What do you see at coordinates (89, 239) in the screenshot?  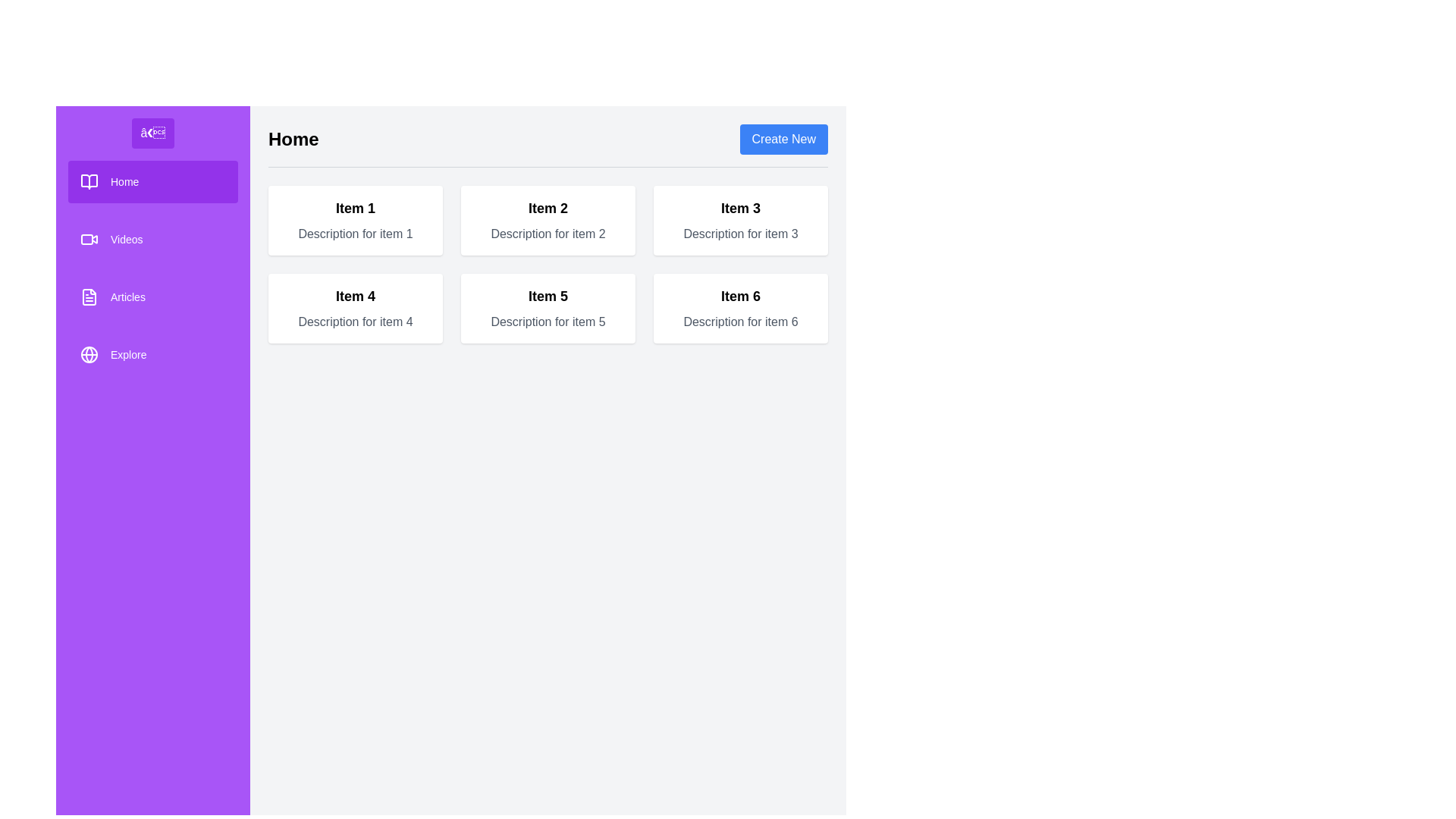 I see `the 'Videos' section icon located in the sidebar navigation menu above the 'Videos' label` at bounding box center [89, 239].